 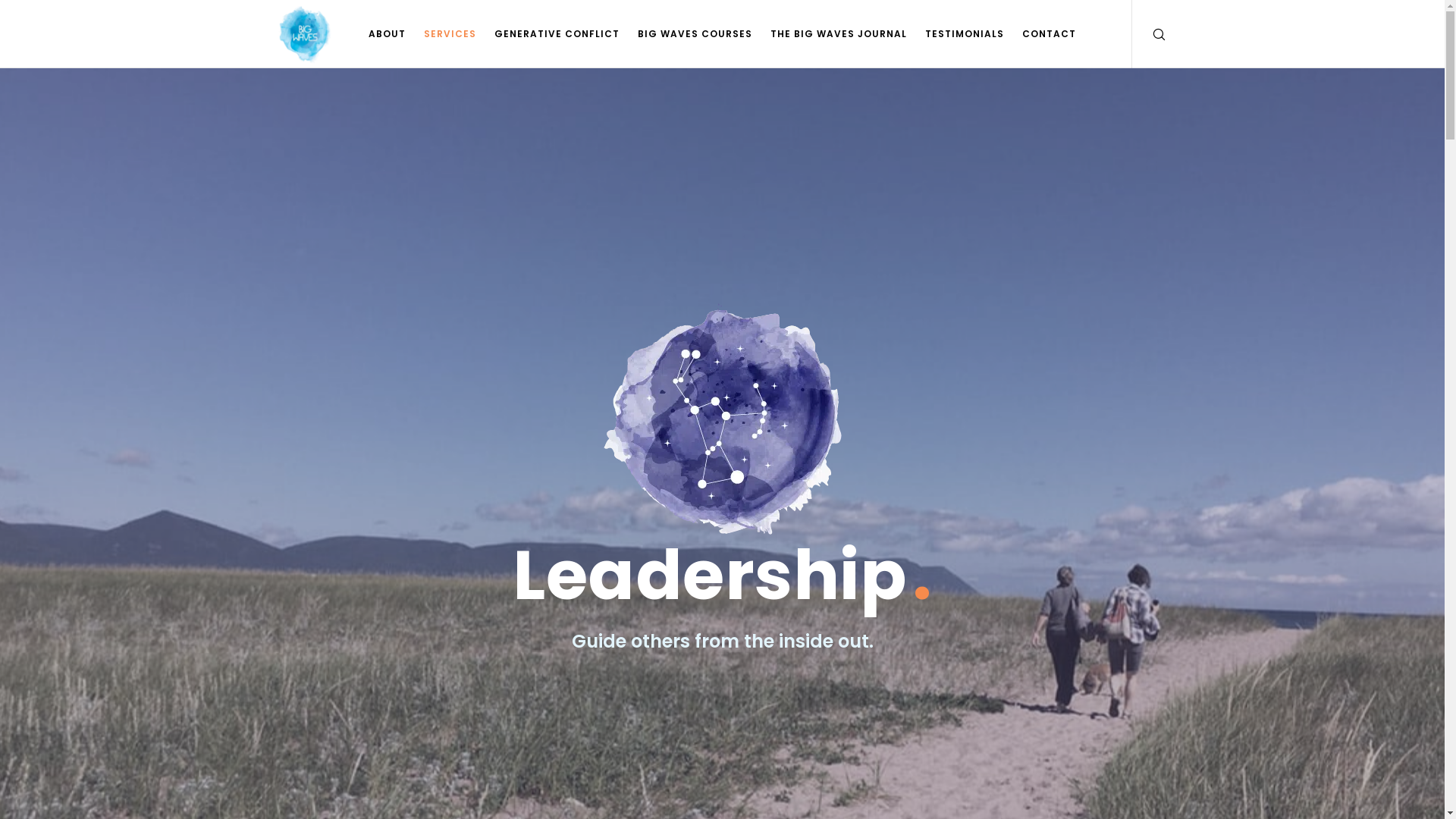 What do you see at coordinates (1012, 34) in the screenshot?
I see `'CONTACT'` at bounding box center [1012, 34].